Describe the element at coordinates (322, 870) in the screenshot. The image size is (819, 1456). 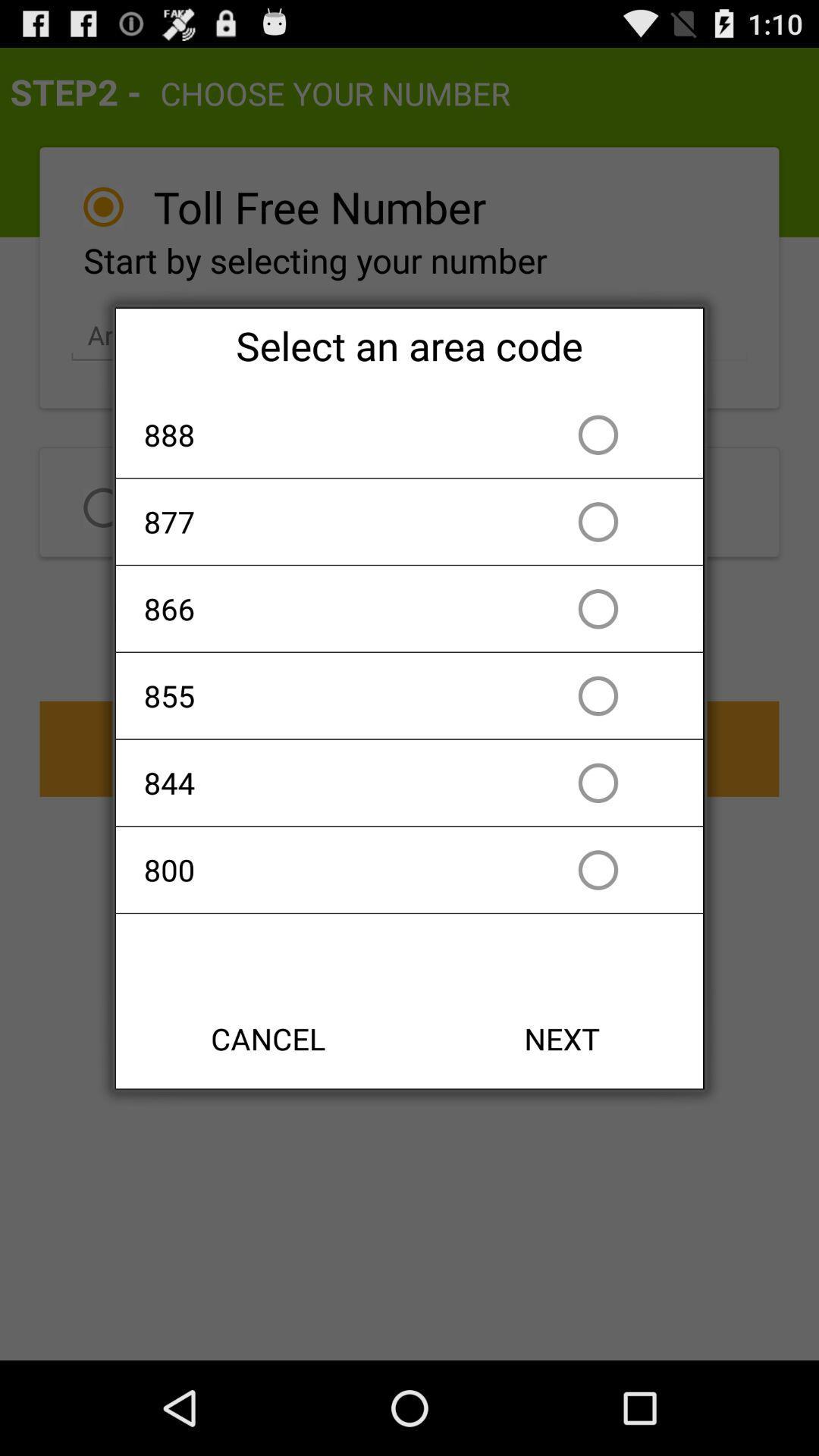
I see `the icon above the next item` at that location.